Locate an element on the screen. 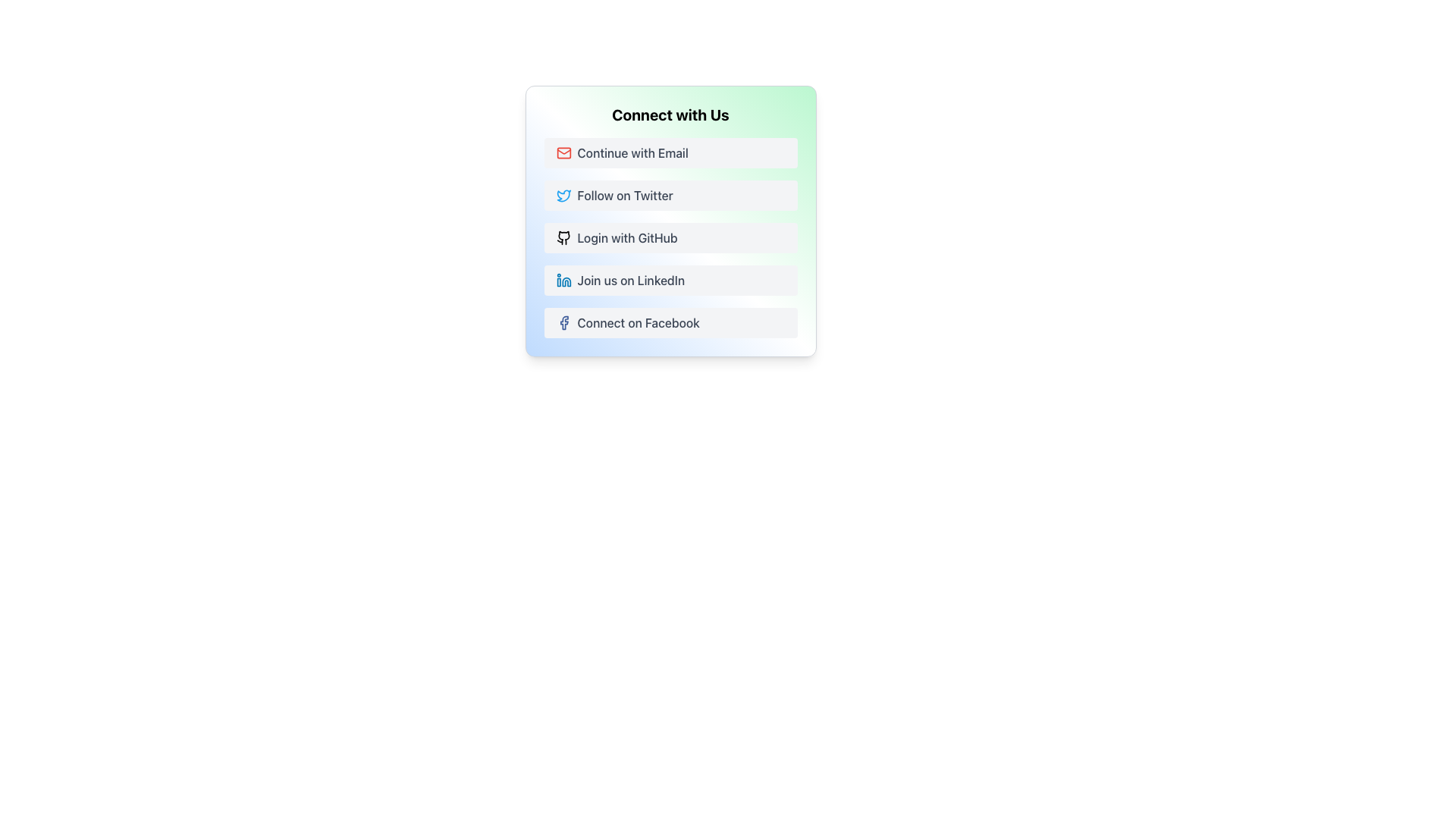 This screenshot has width=1456, height=819. the 'Join us on LinkedIn' button by clicking on the LinkedIn logo, which is positioned at the leftmost side of the button is located at coordinates (563, 281).